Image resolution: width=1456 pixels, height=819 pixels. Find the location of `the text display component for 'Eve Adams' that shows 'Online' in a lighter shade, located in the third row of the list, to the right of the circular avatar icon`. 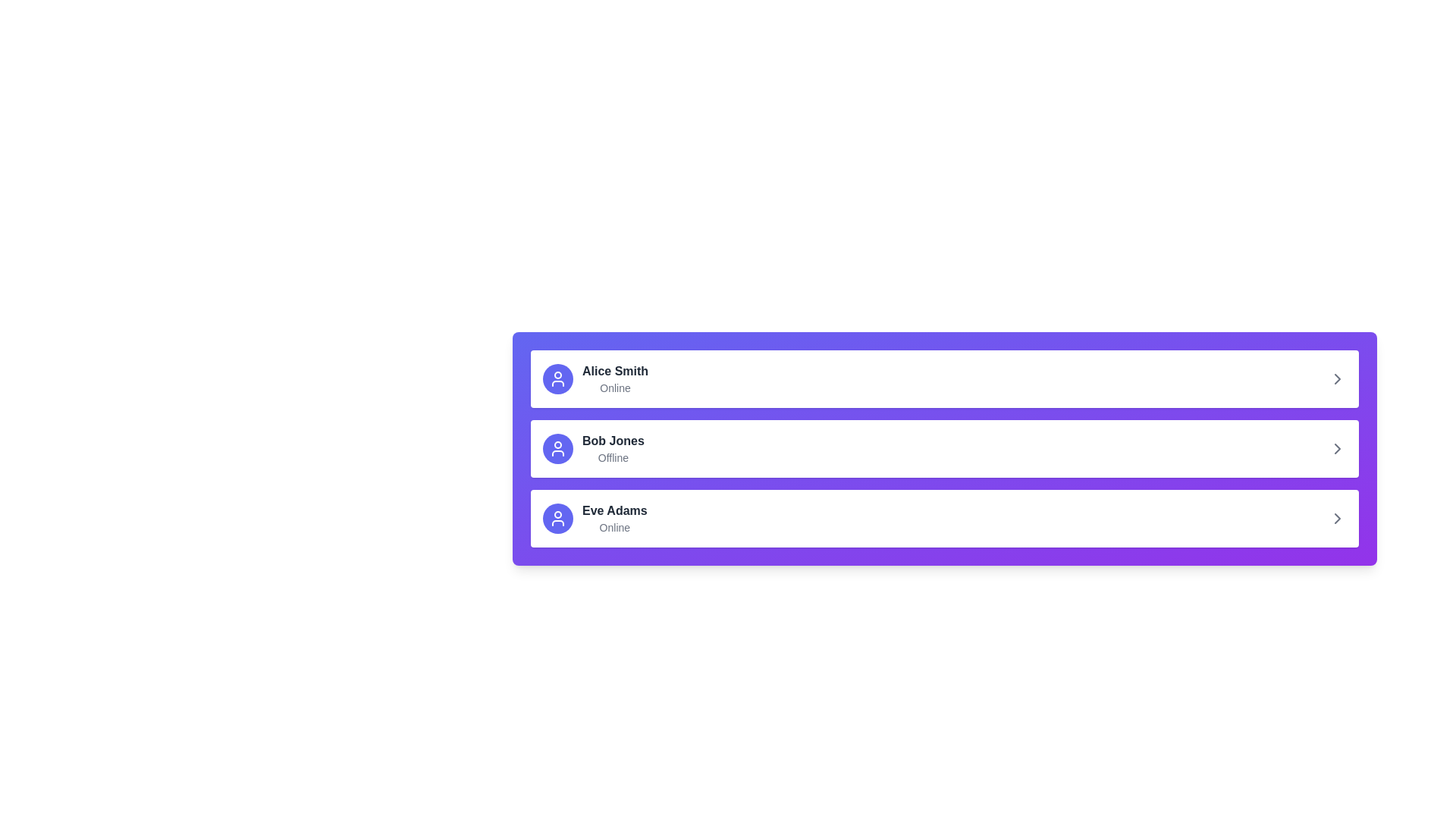

the text display component for 'Eve Adams' that shows 'Online' in a lighter shade, located in the third row of the list, to the right of the circular avatar icon is located at coordinates (614, 517).